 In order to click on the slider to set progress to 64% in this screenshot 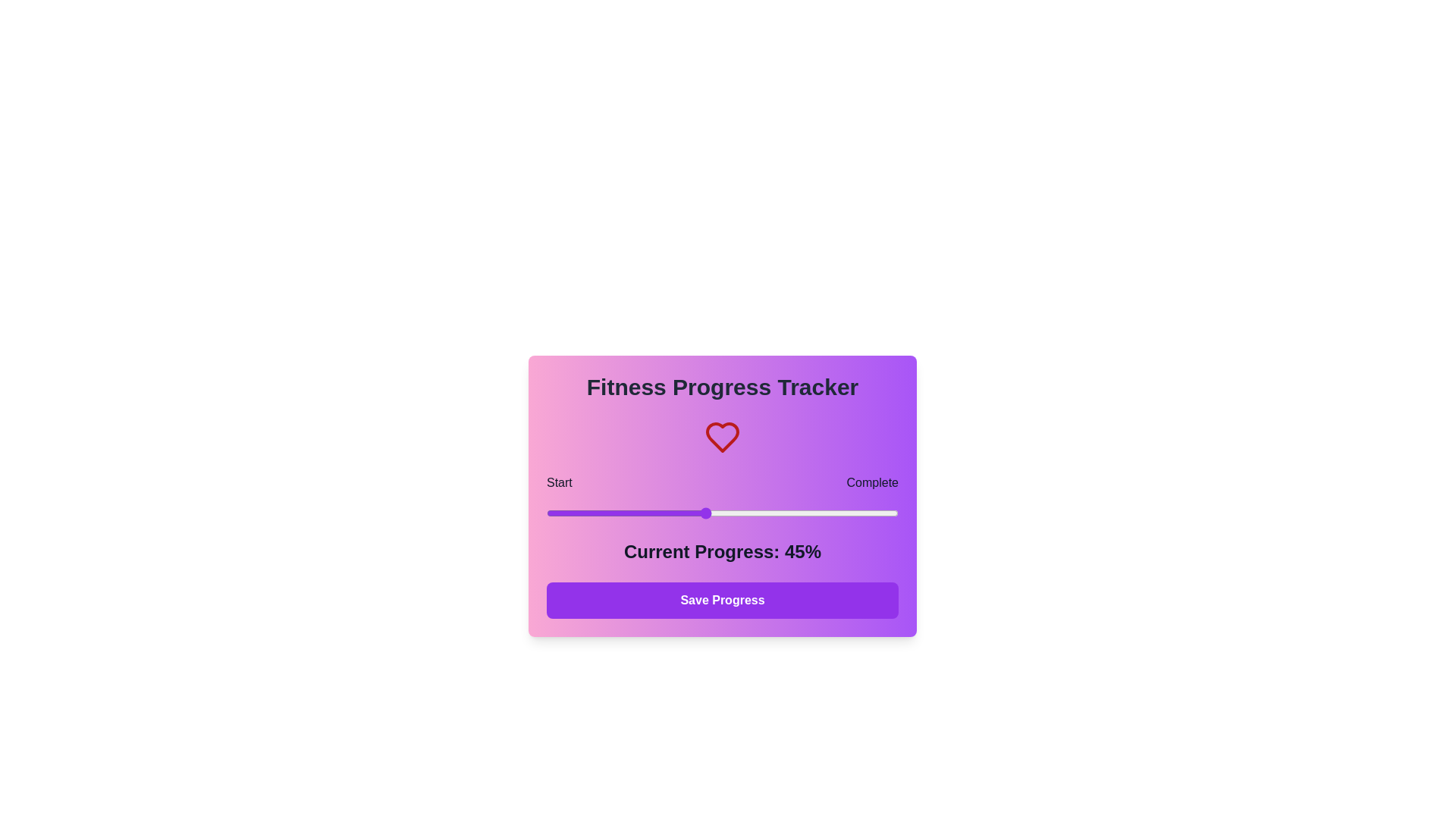, I will do `click(771, 513)`.